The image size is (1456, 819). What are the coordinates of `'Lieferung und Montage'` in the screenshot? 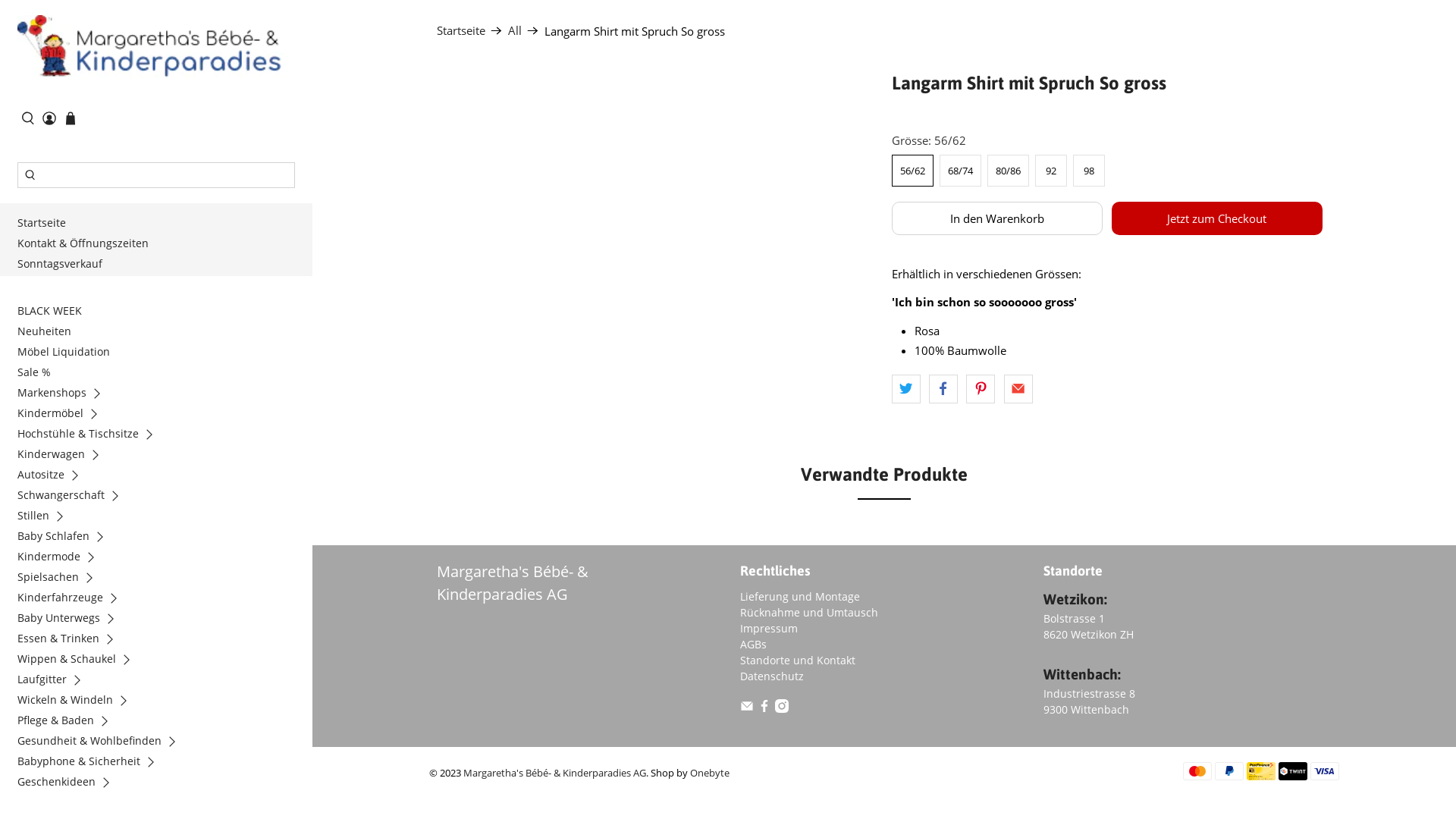 It's located at (739, 595).